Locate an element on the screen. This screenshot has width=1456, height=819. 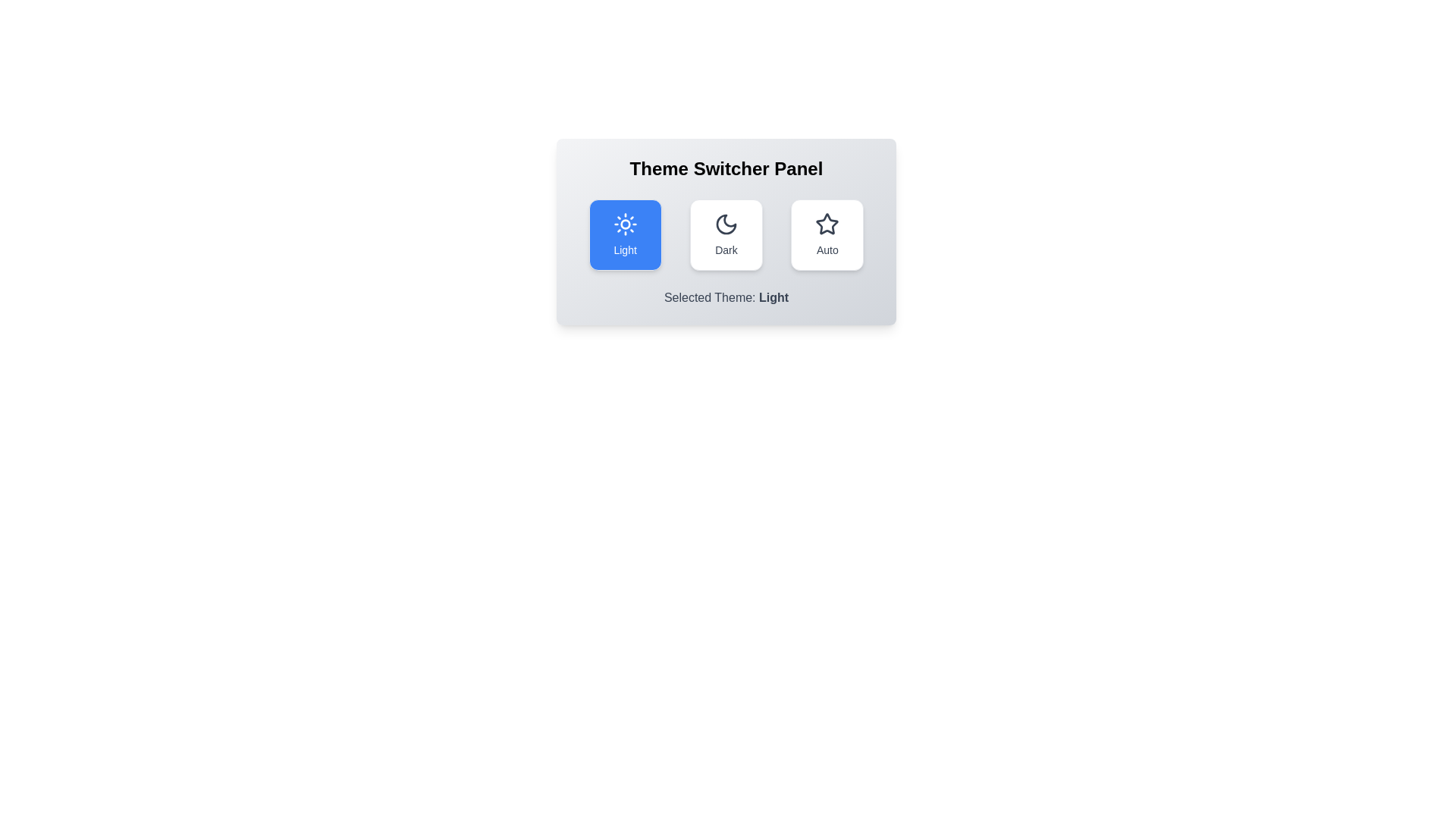
the dark theme icon located in the Theme Switcher Panel is located at coordinates (725, 224).